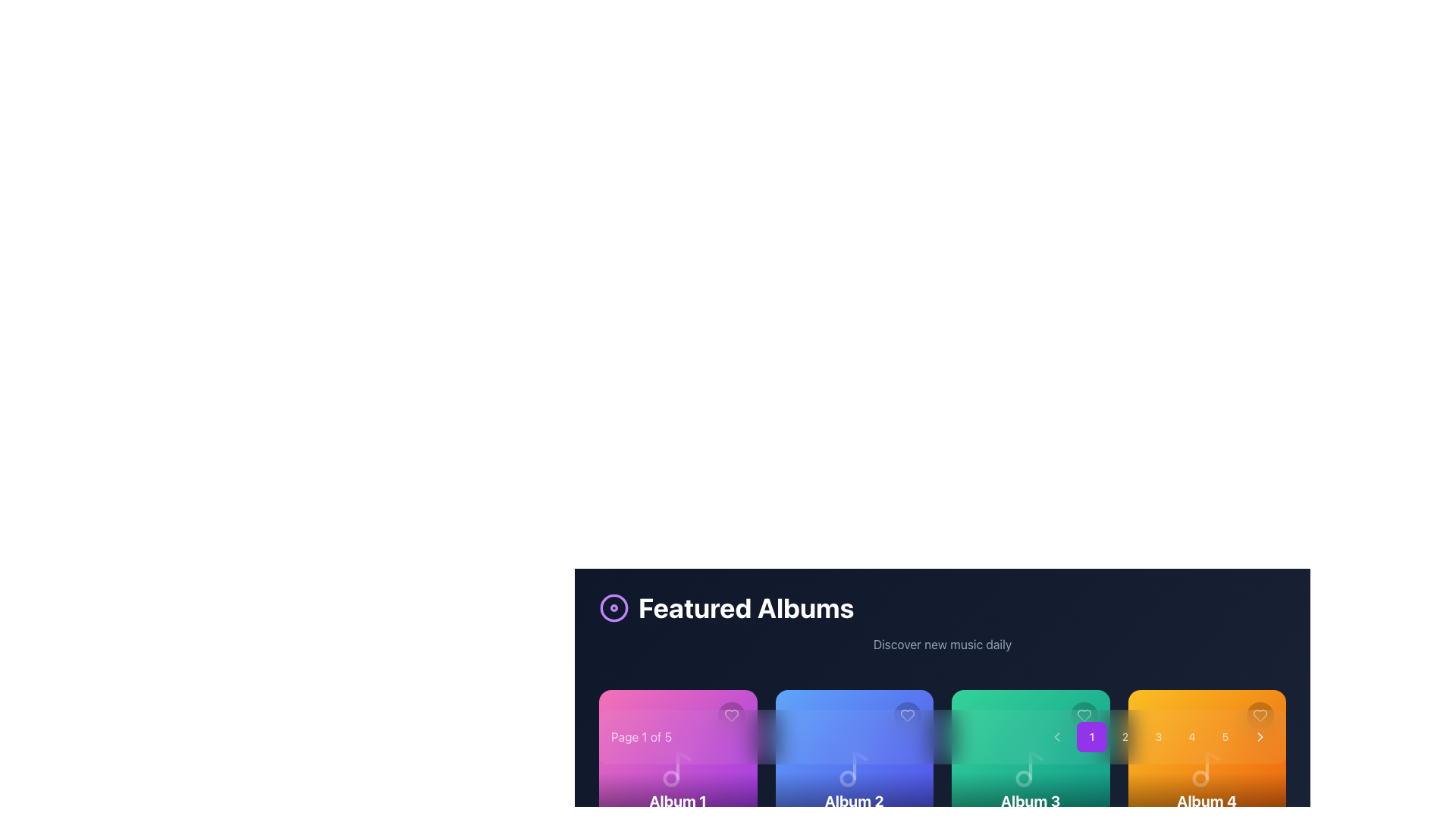 This screenshot has width=1456, height=819. I want to click on the animation of the circular icon with concentric circles, which is located to the left of the 'Featured Albums' title bar, so click(614, 607).